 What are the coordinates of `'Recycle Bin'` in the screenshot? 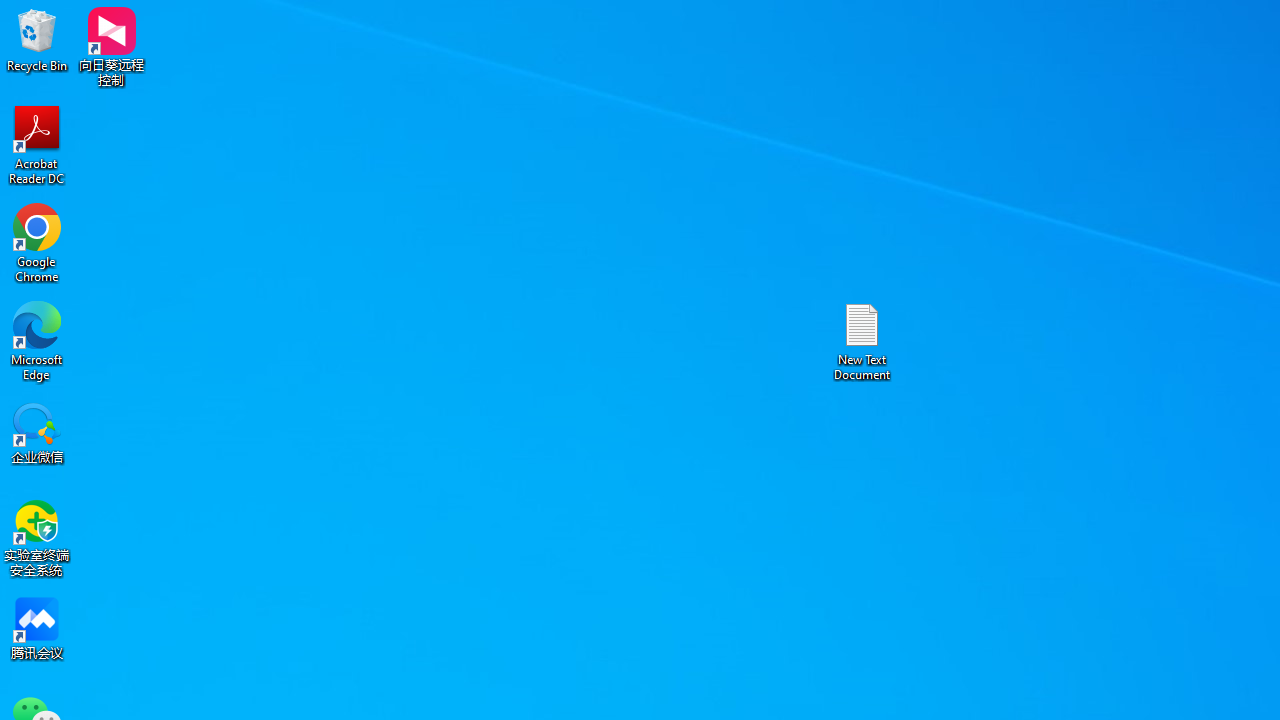 It's located at (37, 39).